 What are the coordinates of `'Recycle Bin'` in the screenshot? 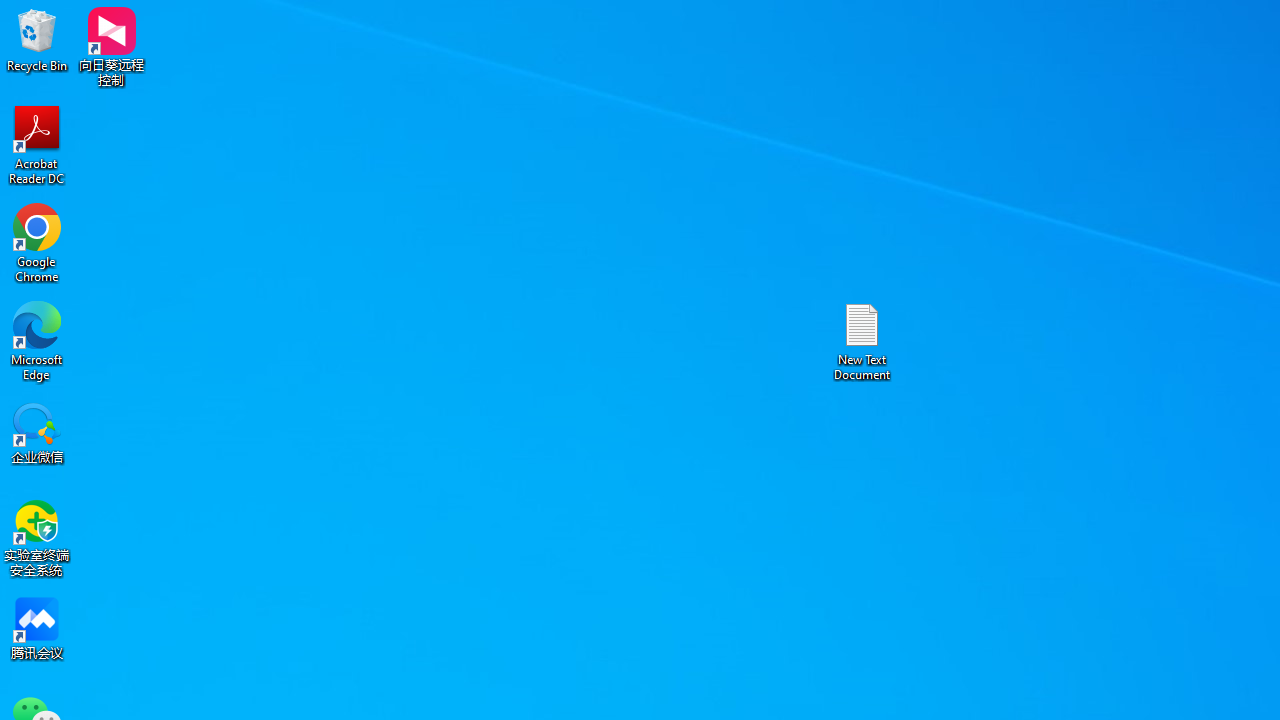 It's located at (37, 39).